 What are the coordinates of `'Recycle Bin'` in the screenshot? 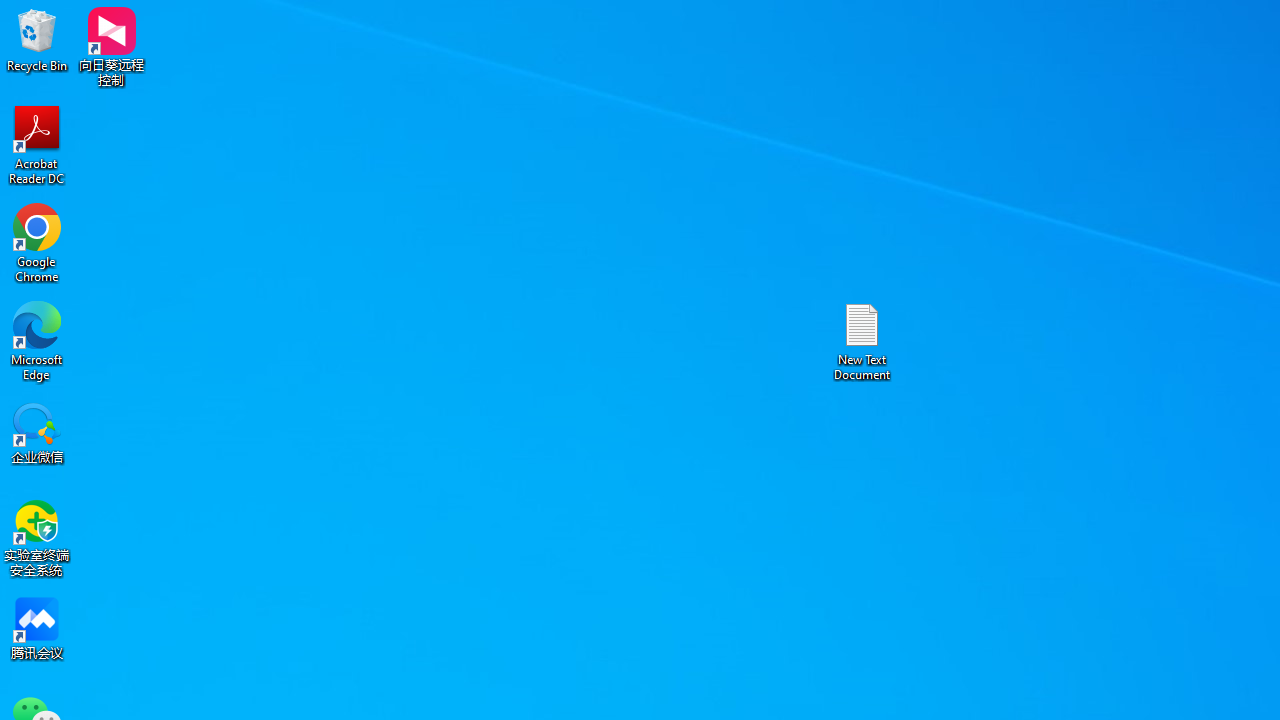 It's located at (37, 39).